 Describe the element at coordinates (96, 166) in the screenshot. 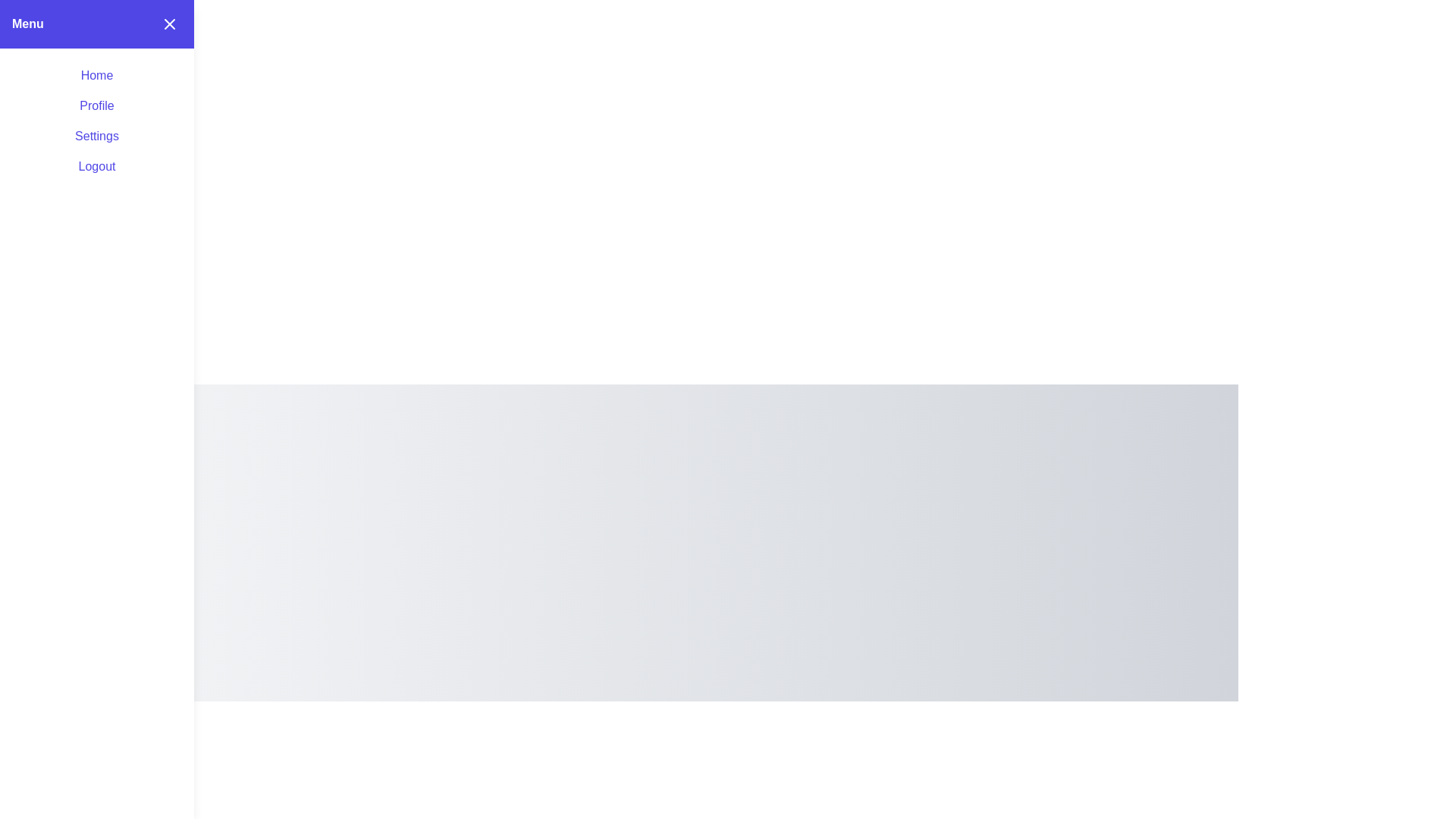

I see `the menu item labeled Logout` at that location.